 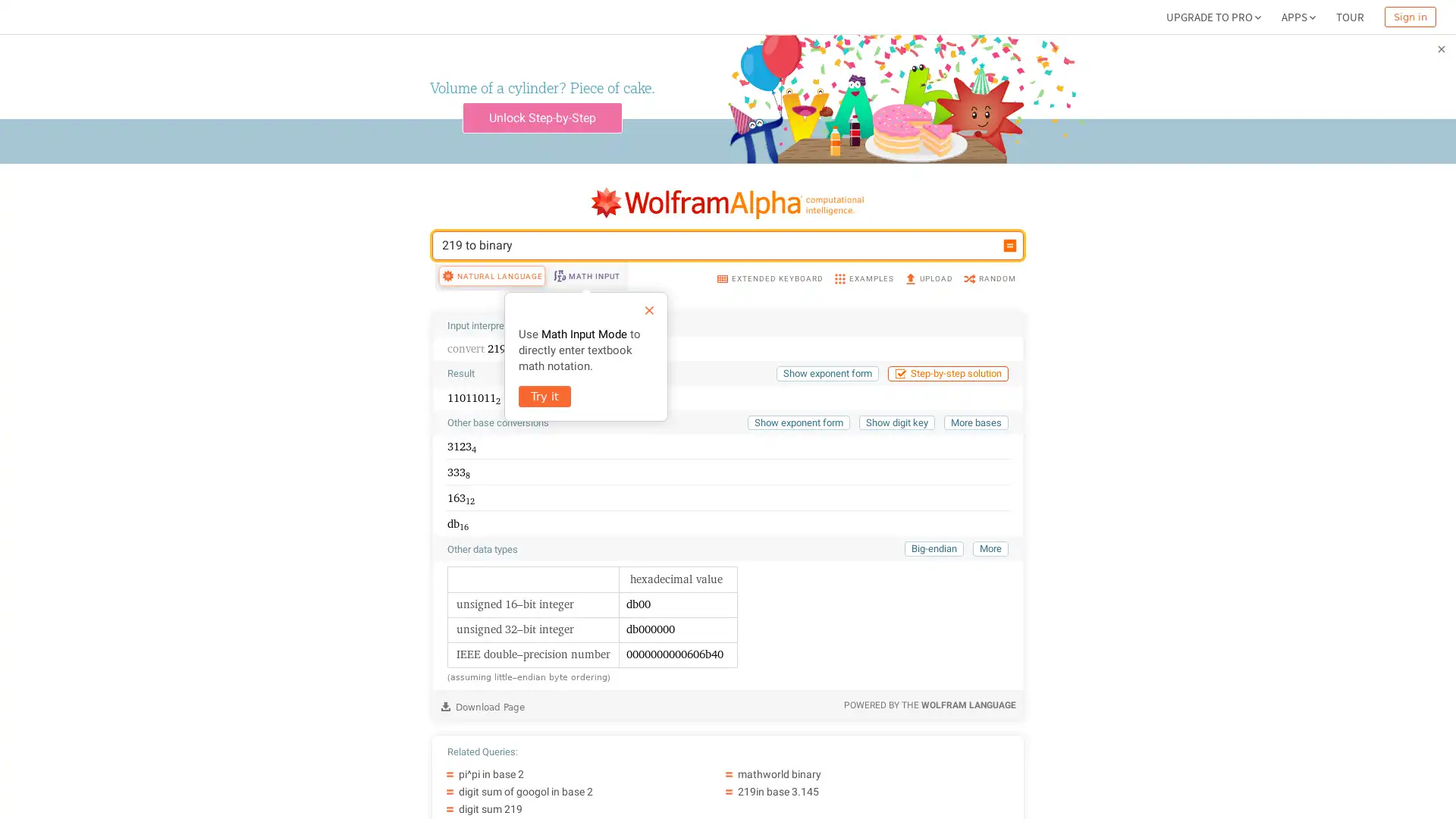 I want to click on Show exponent form, so click(x=827, y=402).